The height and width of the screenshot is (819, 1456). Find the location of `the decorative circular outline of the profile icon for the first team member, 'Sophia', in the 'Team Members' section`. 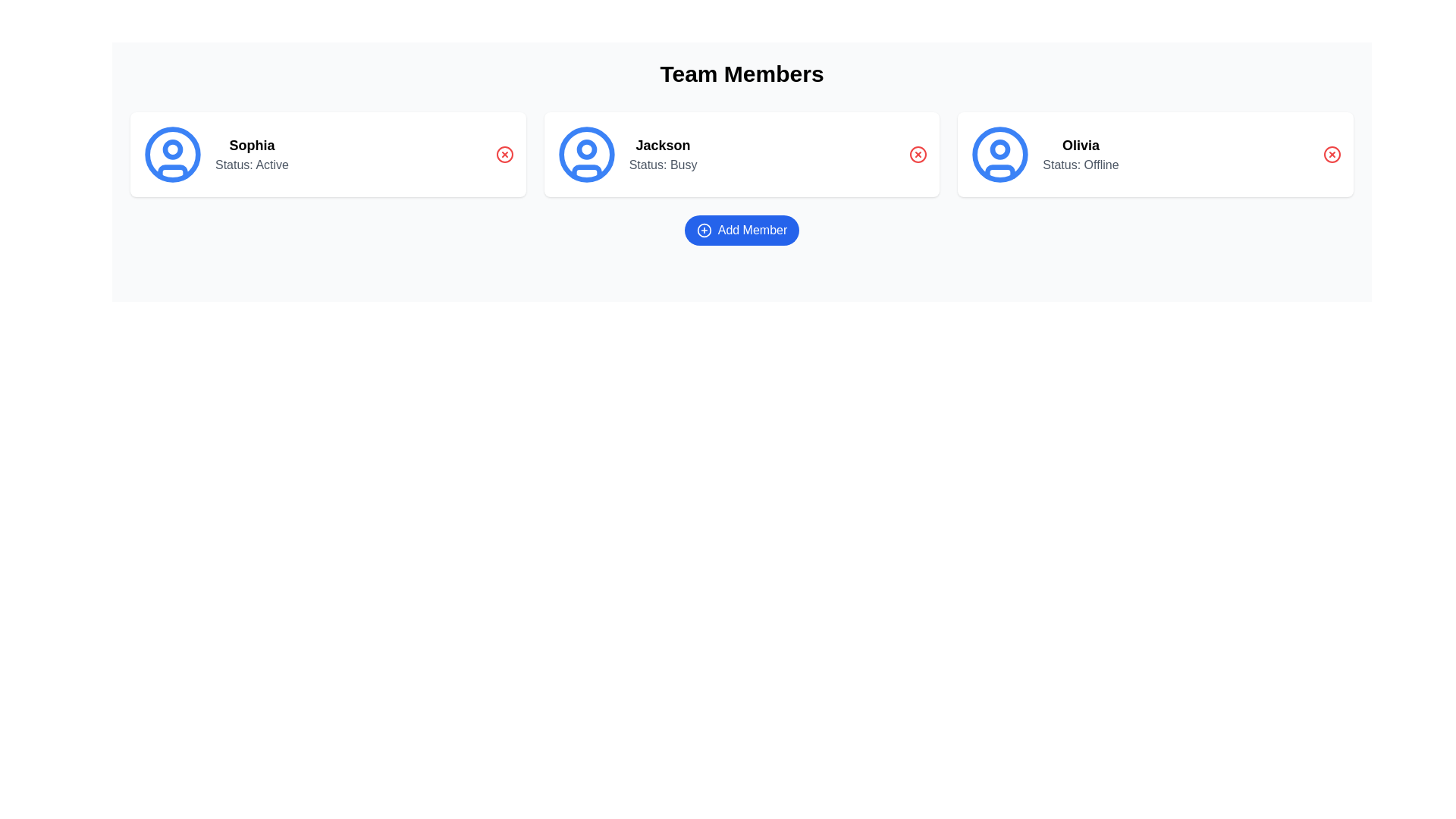

the decorative circular outline of the profile icon for the first team member, 'Sophia', in the 'Team Members' section is located at coordinates (172, 155).